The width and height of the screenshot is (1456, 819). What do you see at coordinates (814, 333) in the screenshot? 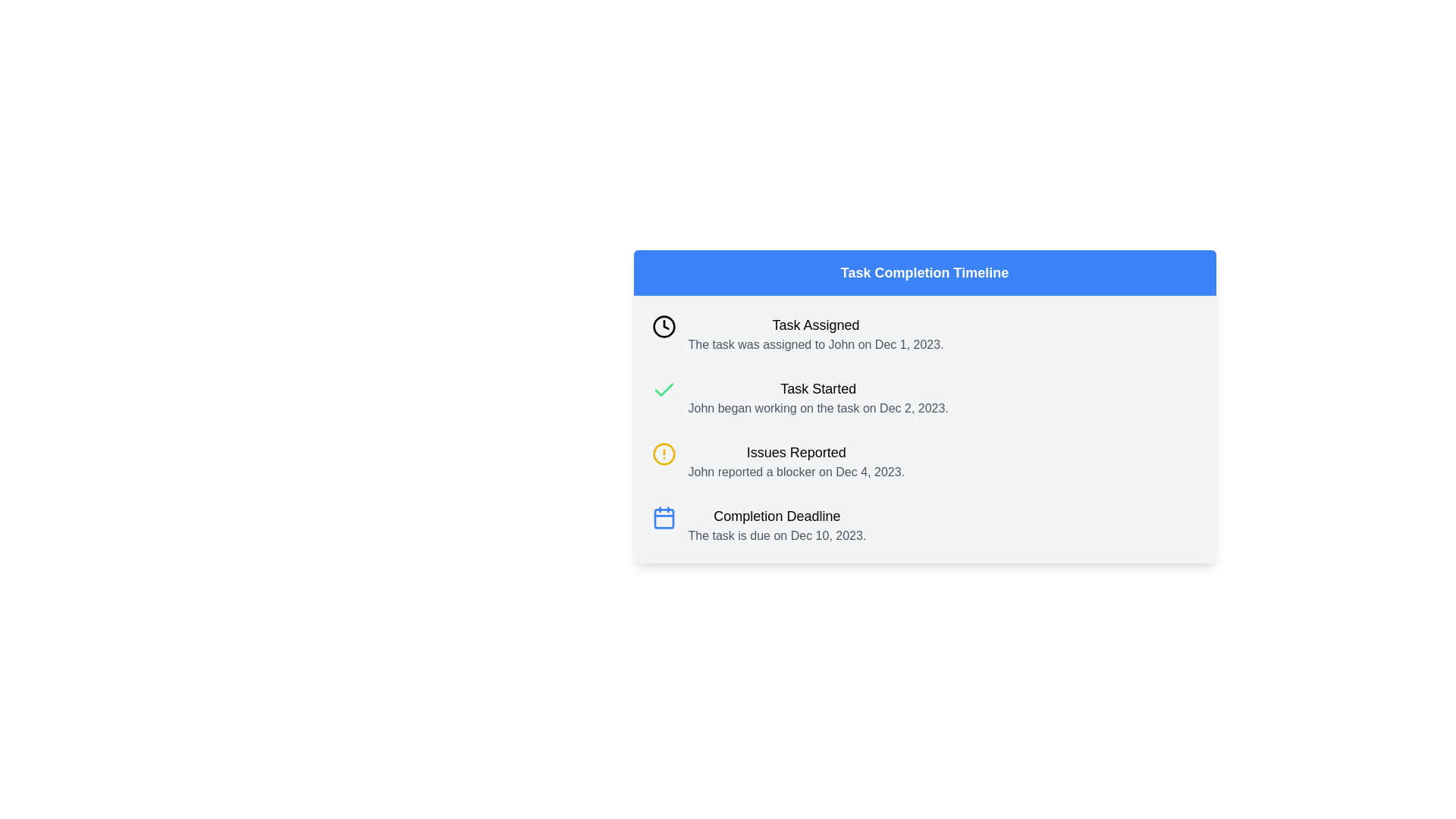
I see `the Text Display element that communicates the assignment of a task to 'John' on Dec 1, 2023, for timeline interaction` at bounding box center [814, 333].